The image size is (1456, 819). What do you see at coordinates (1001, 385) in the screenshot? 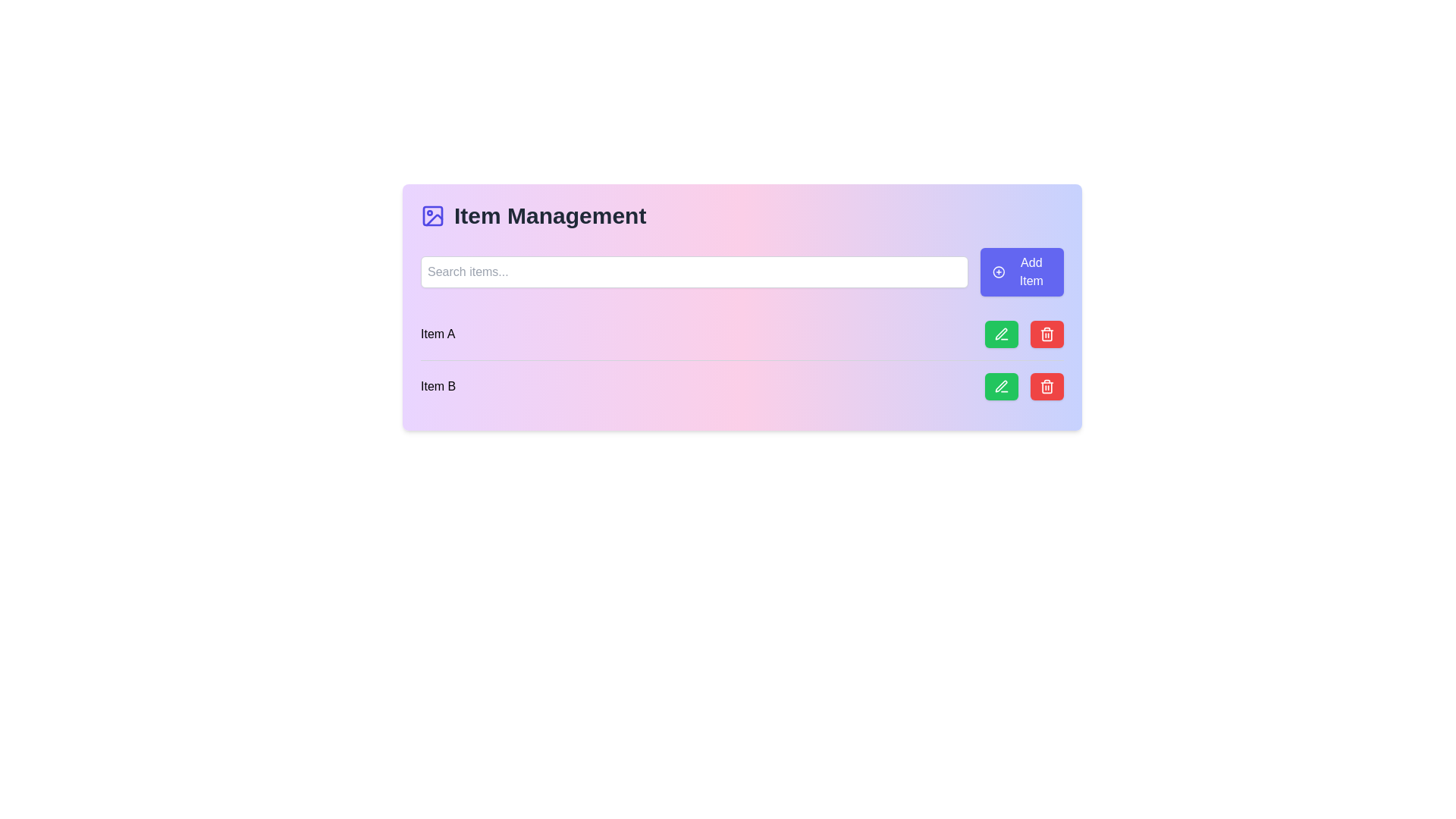
I see `the edit button for Item B` at bounding box center [1001, 385].